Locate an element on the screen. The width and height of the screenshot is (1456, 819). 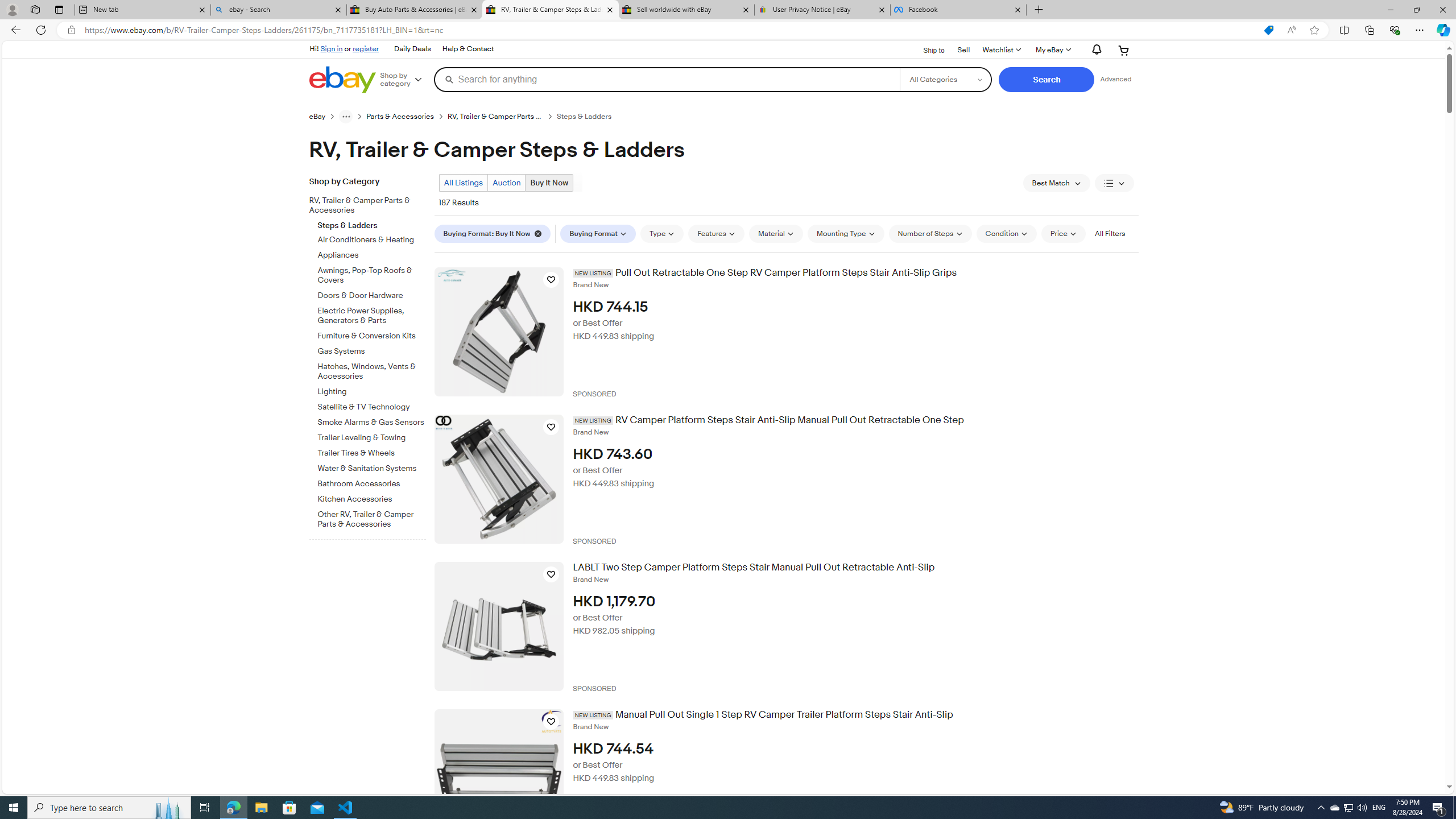
'Type' is located at coordinates (661, 233).